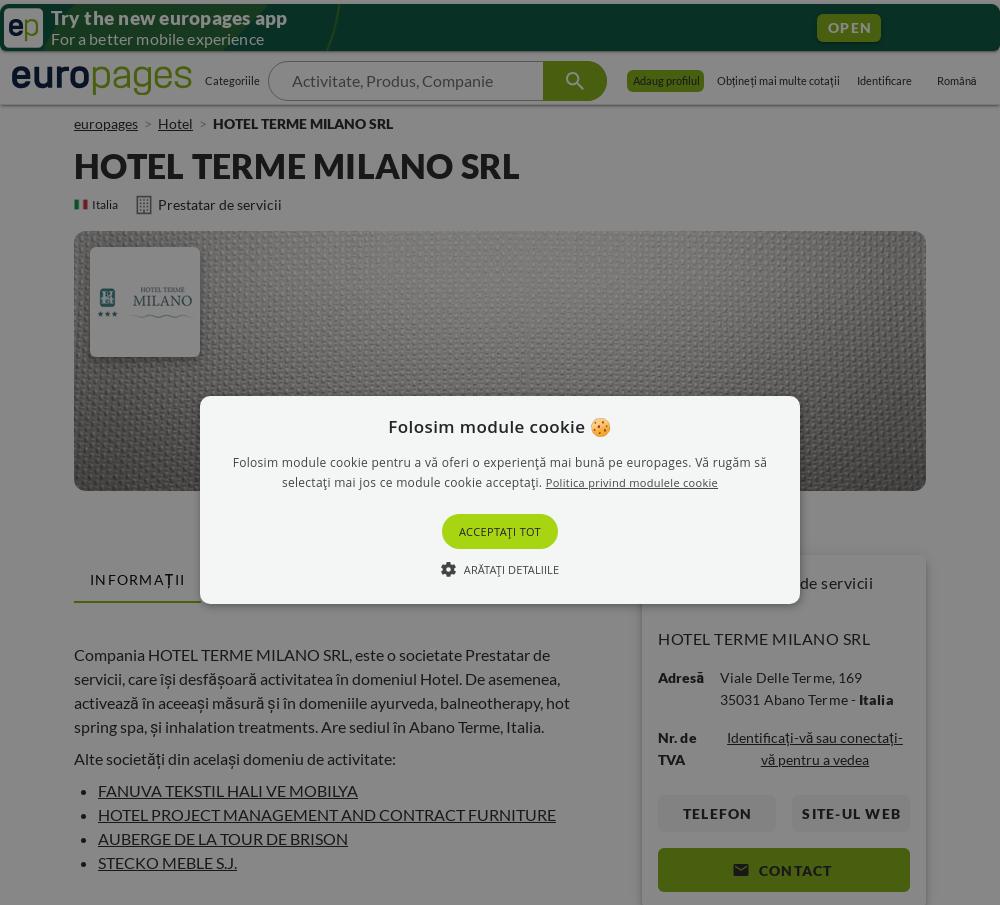  What do you see at coordinates (51, 37) in the screenshot?
I see `'For a better mobile experience'` at bounding box center [51, 37].